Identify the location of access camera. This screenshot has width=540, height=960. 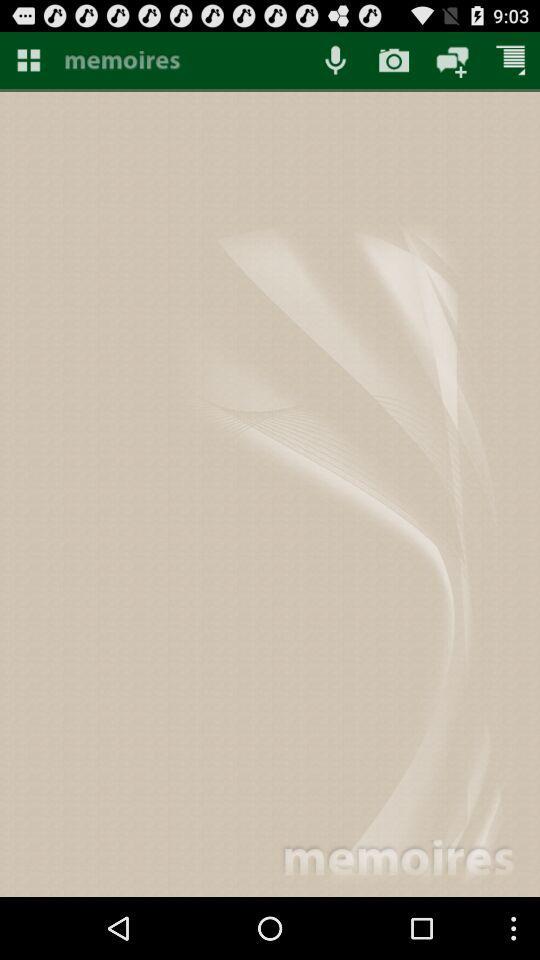
(394, 59).